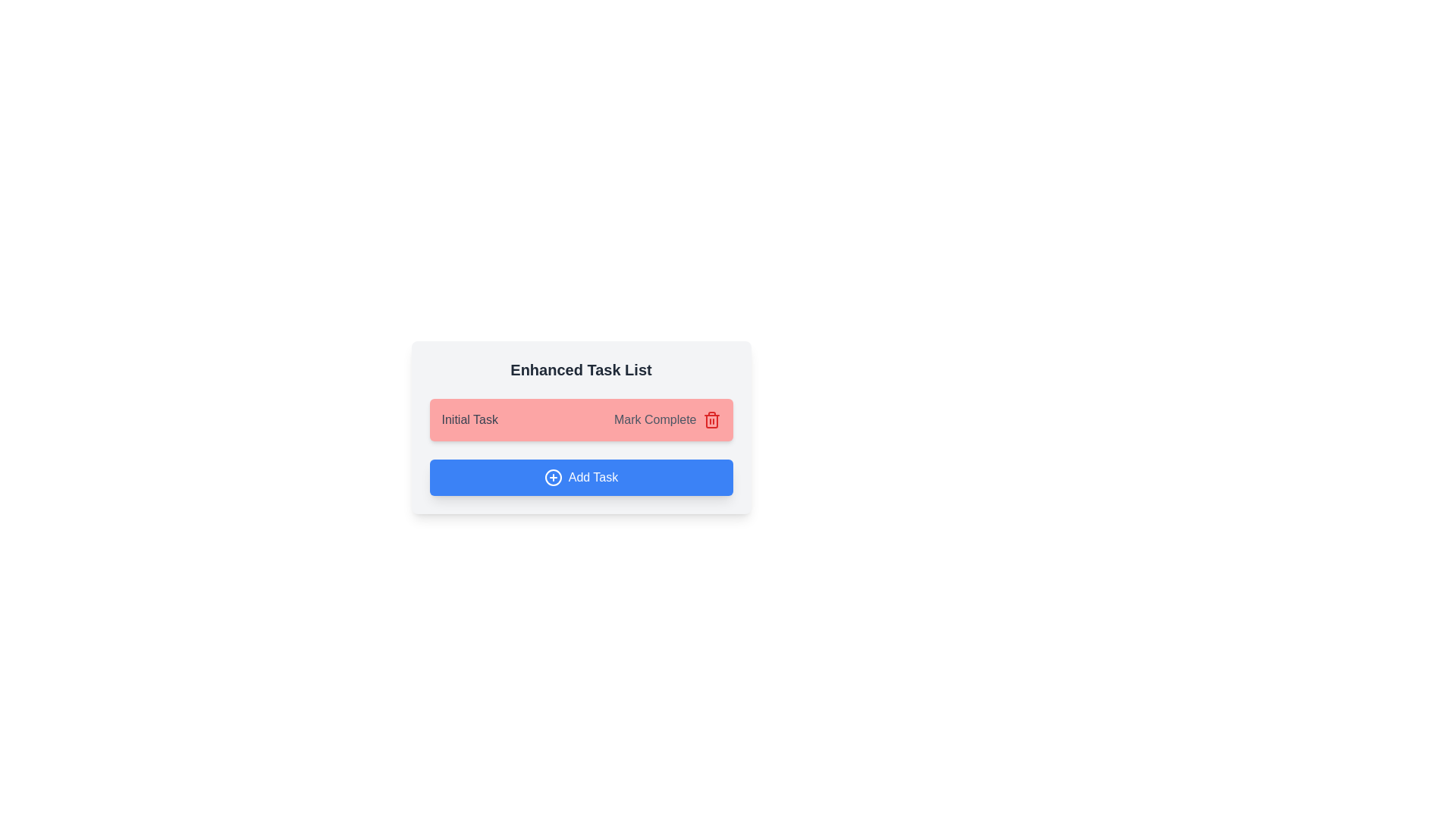 The image size is (1456, 819). Describe the element at coordinates (655, 420) in the screenshot. I see `the 'Mark Complete' button to toggle the task's completion status` at that location.